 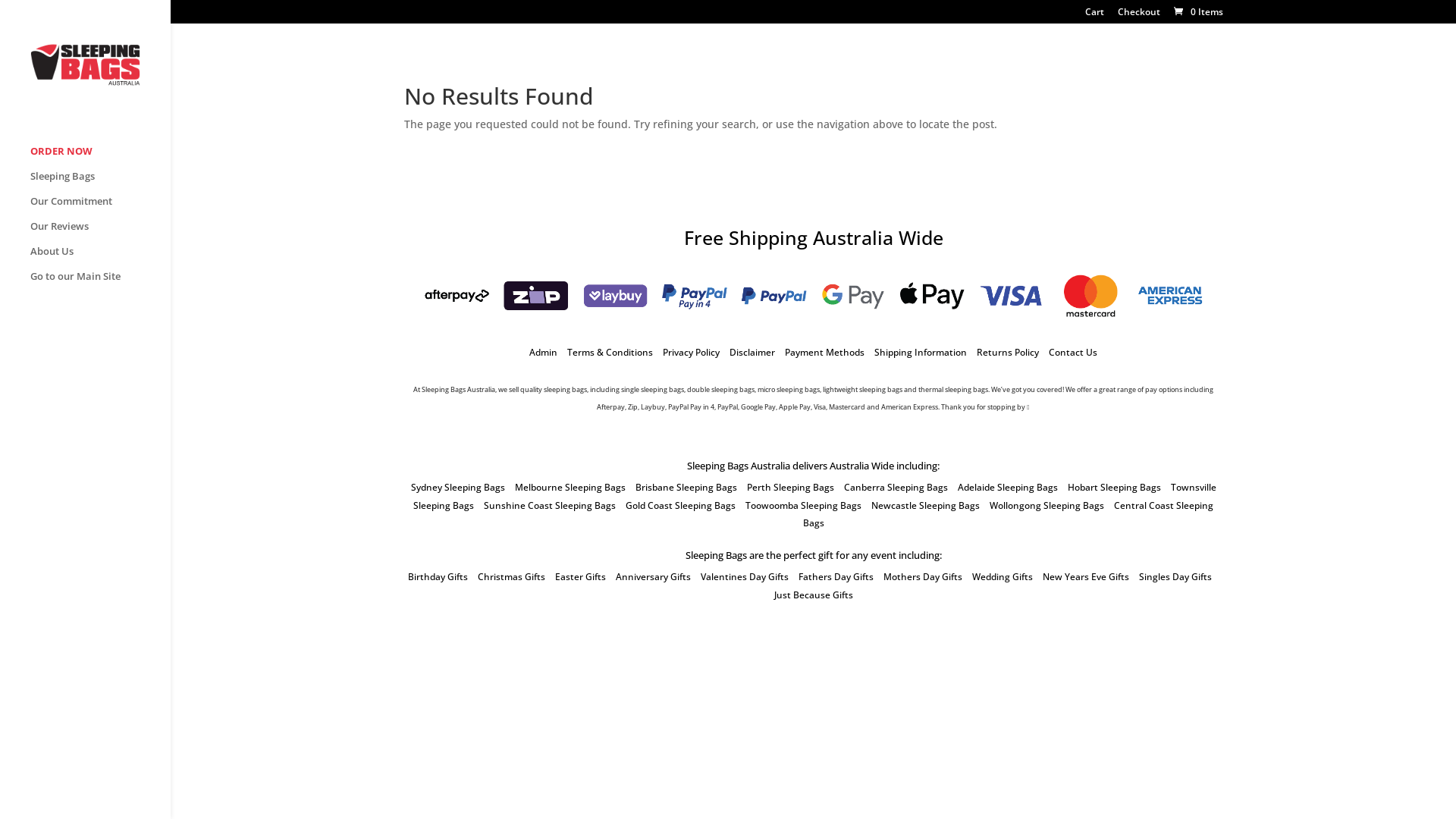 I want to click on 'Brisbane Sleeping Bags', so click(x=686, y=487).